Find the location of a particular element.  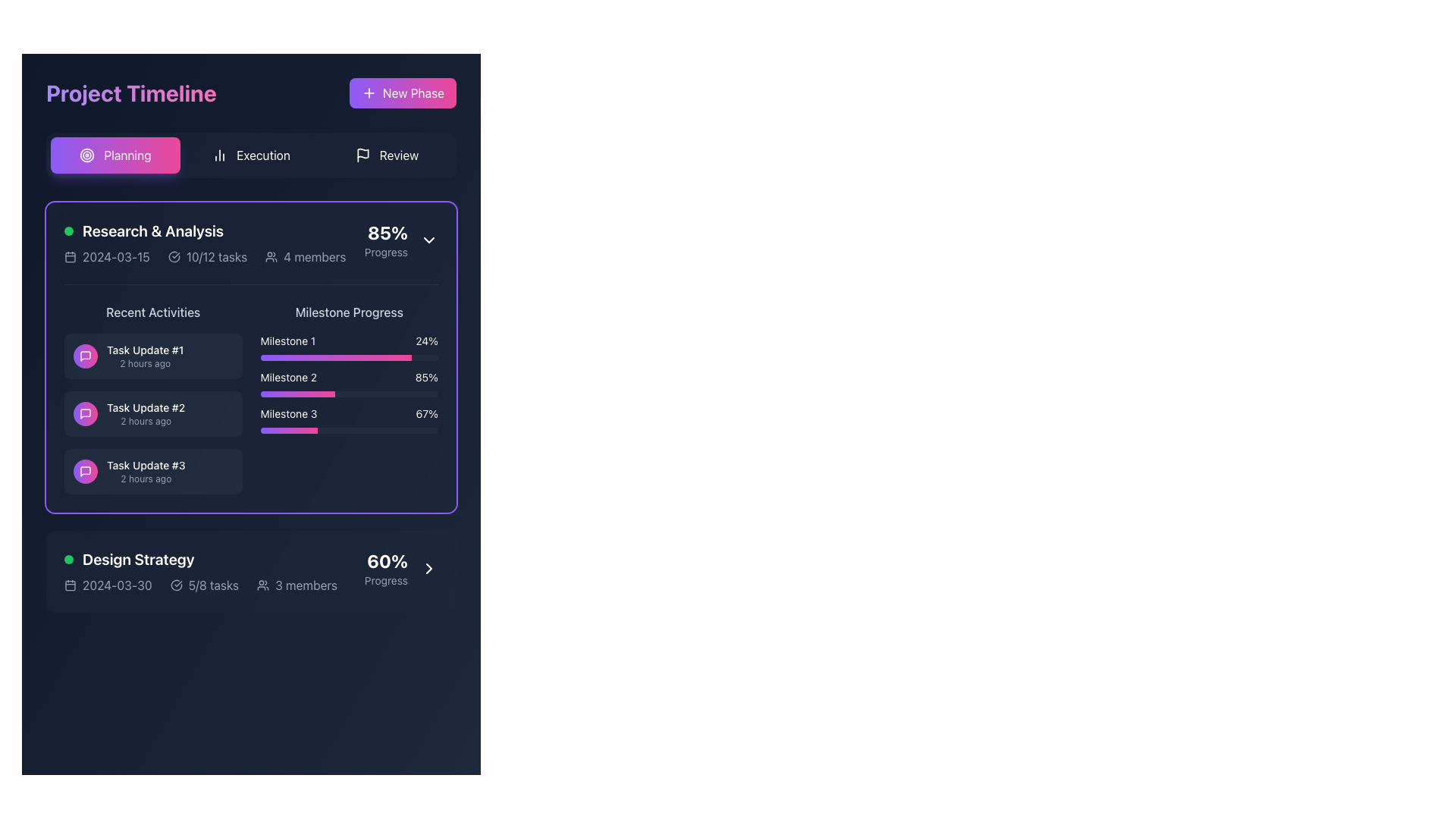

the colored progress bar segment representing 'Milestone 3' in the 'Milestone Progress' section of the 'Research & Analysis' card, which transitions from violet to pink is located at coordinates (288, 430).